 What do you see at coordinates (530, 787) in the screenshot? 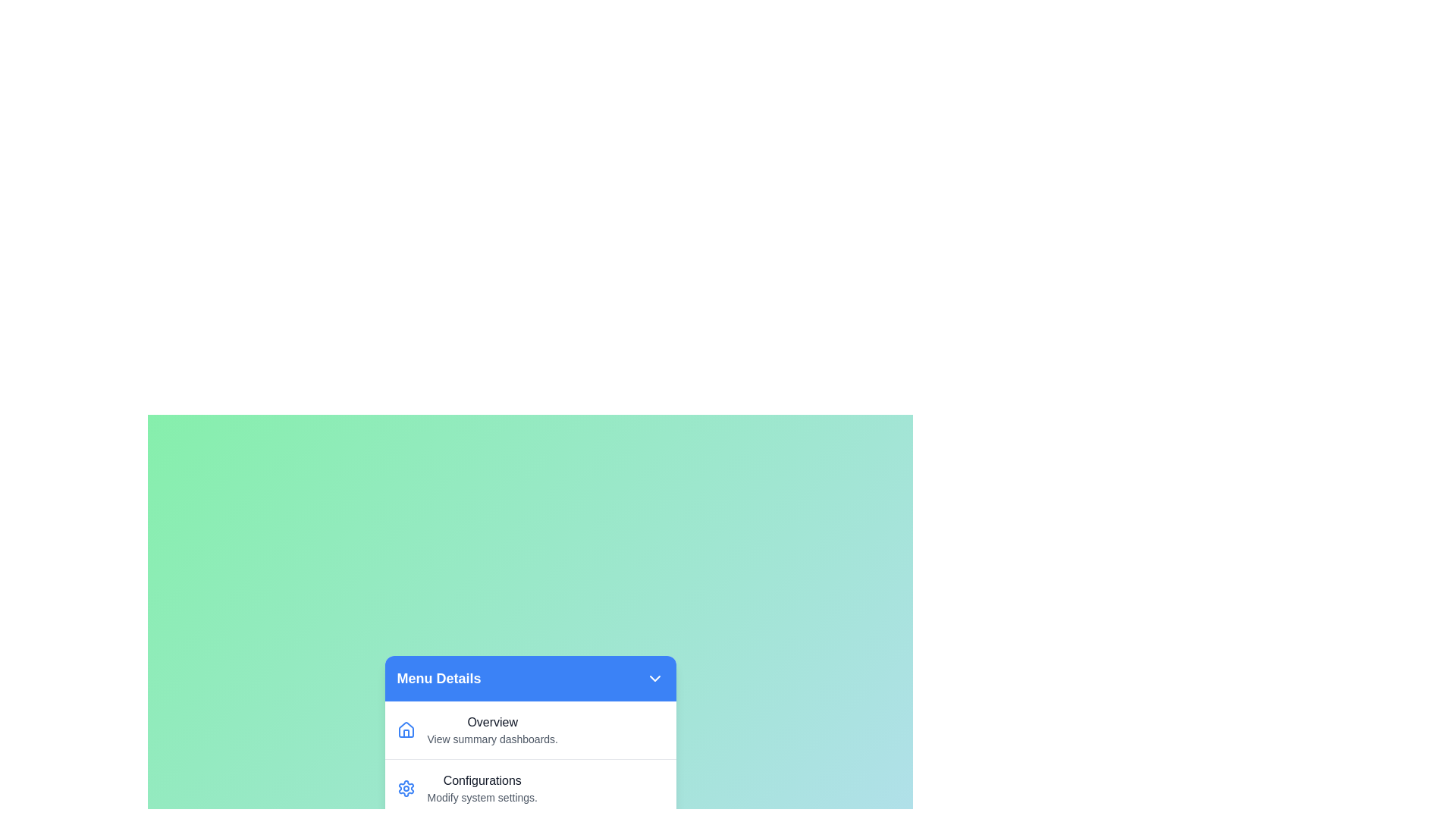
I see `the menu item labeled Configurations to read its description` at bounding box center [530, 787].